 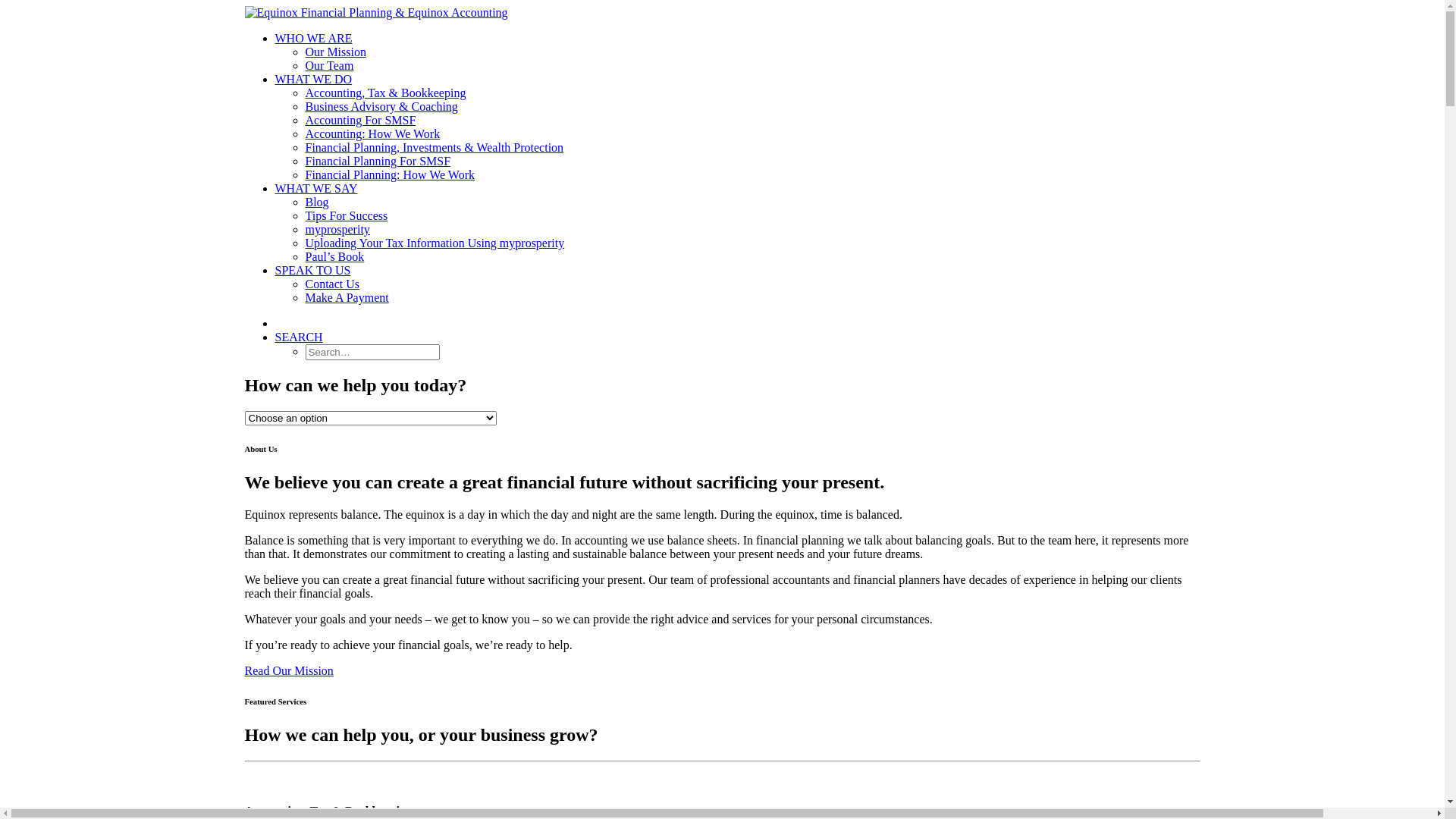 What do you see at coordinates (359, 119) in the screenshot?
I see `'Accounting For SMSF'` at bounding box center [359, 119].